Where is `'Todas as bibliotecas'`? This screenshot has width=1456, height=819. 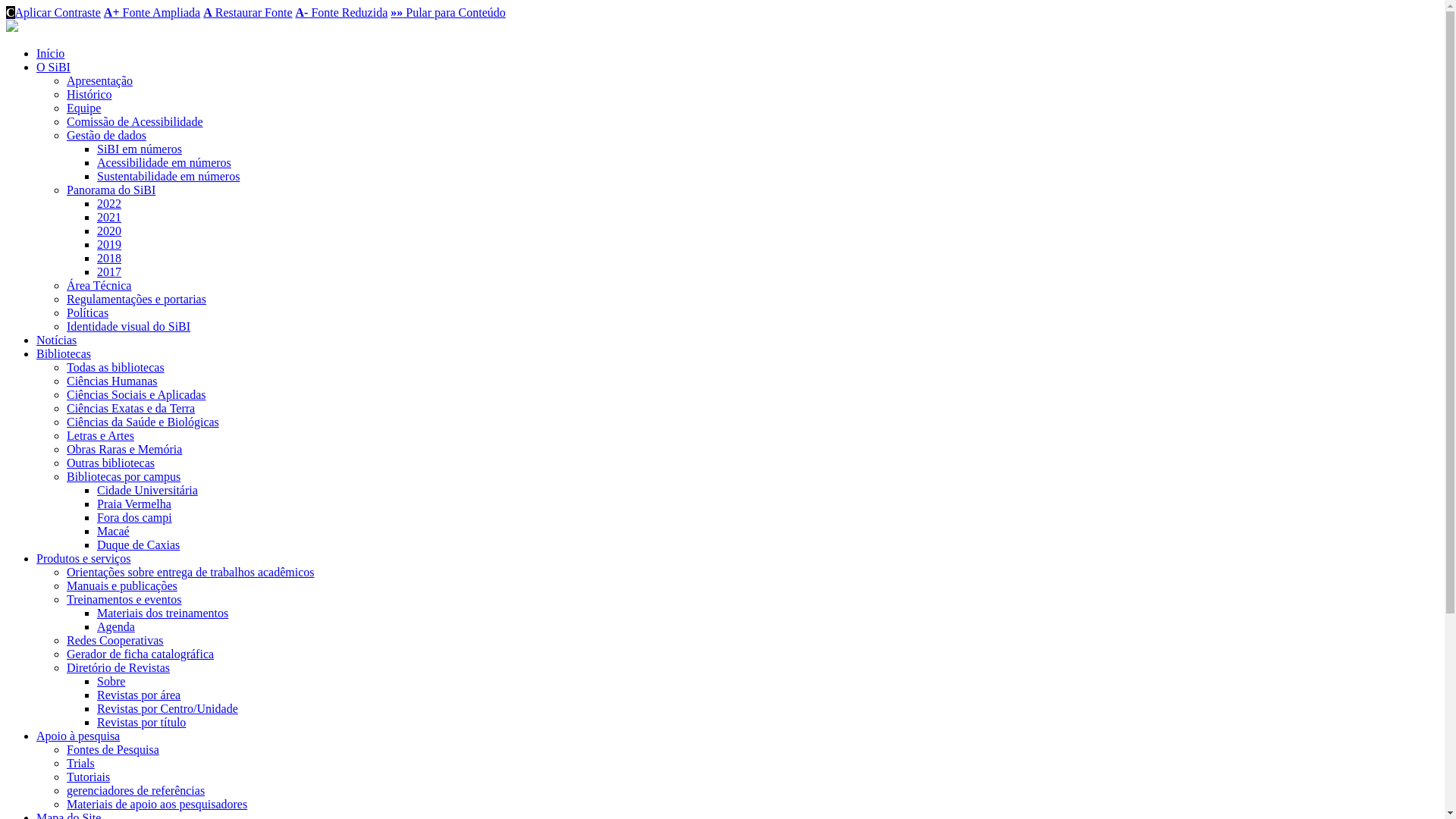 'Todas as bibliotecas' is located at coordinates (115, 367).